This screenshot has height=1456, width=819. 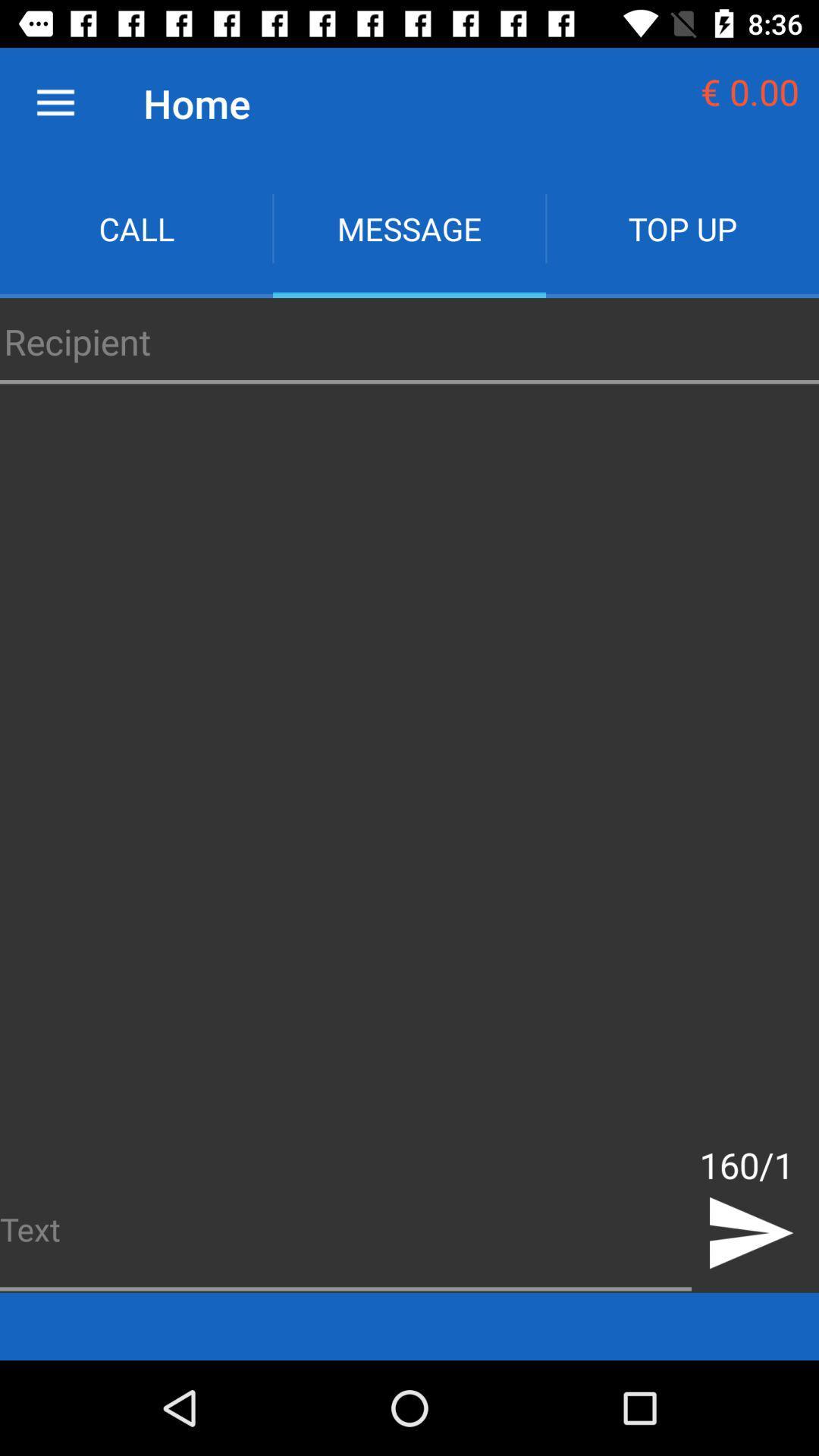 What do you see at coordinates (409, 227) in the screenshot?
I see `the item next to call` at bounding box center [409, 227].